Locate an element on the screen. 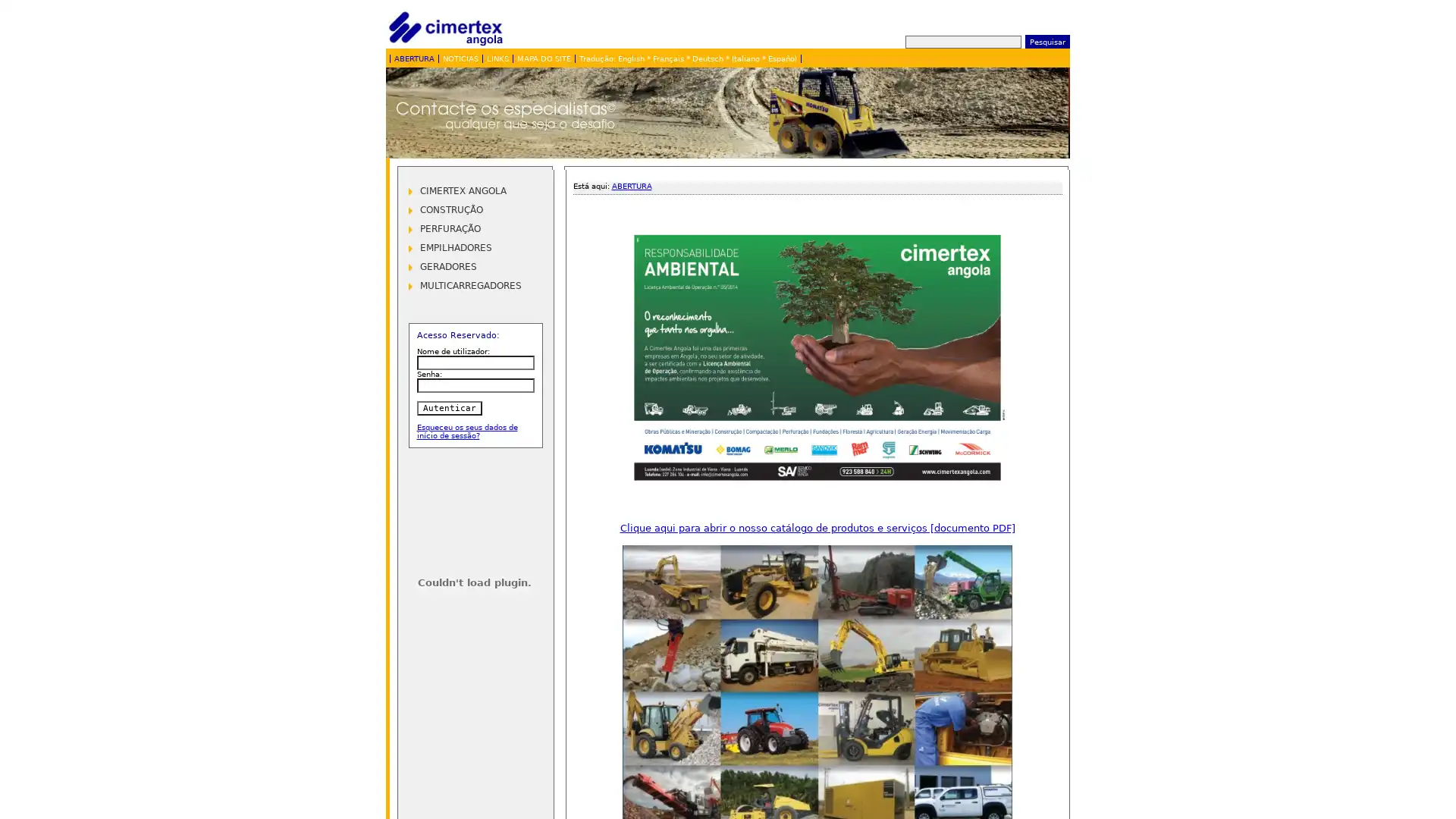 The image size is (1456, 819). Pesquisar is located at coordinates (1046, 40).